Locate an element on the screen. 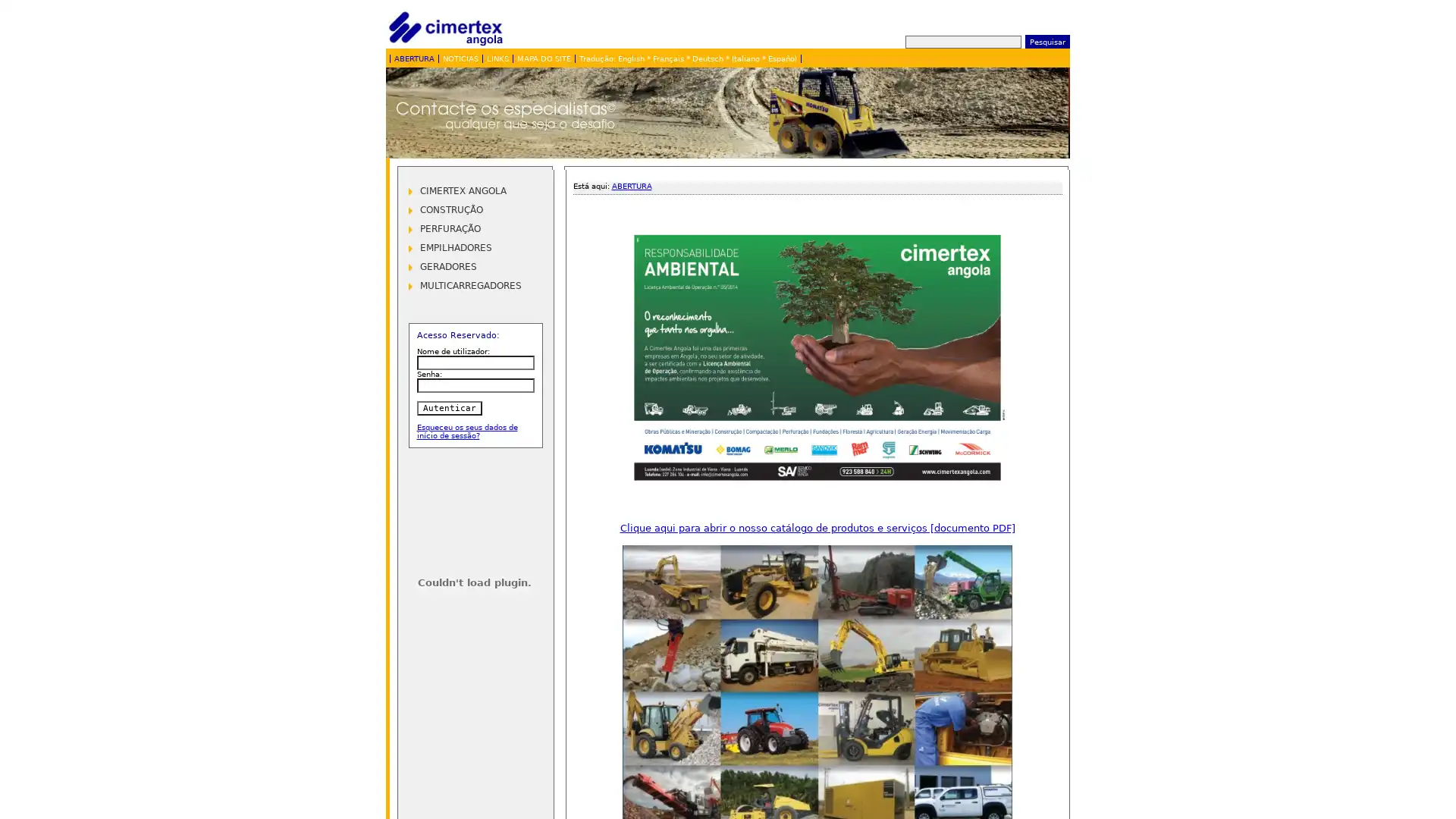 The image size is (1456, 819). Pesquisar is located at coordinates (1046, 40).